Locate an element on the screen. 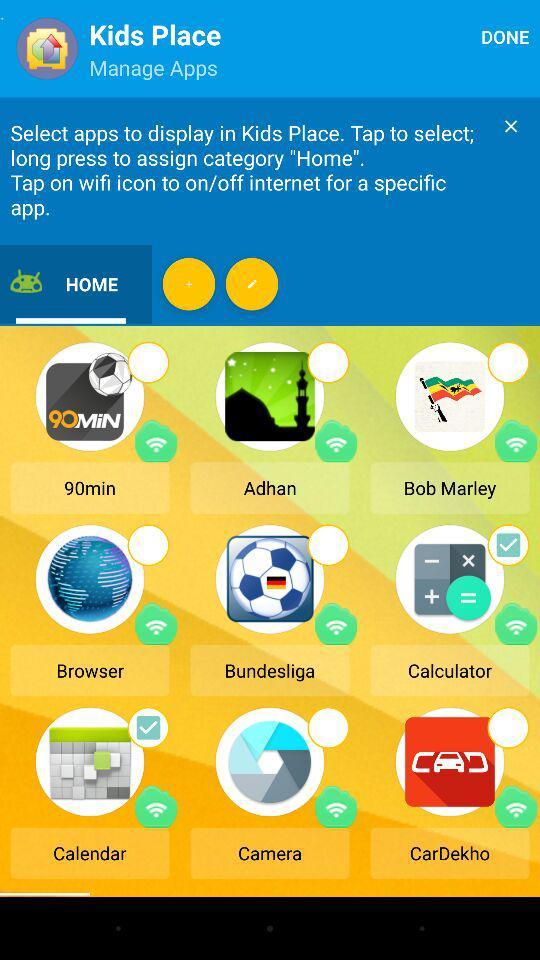  the icon beside kids place is located at coordinates (47, 47).